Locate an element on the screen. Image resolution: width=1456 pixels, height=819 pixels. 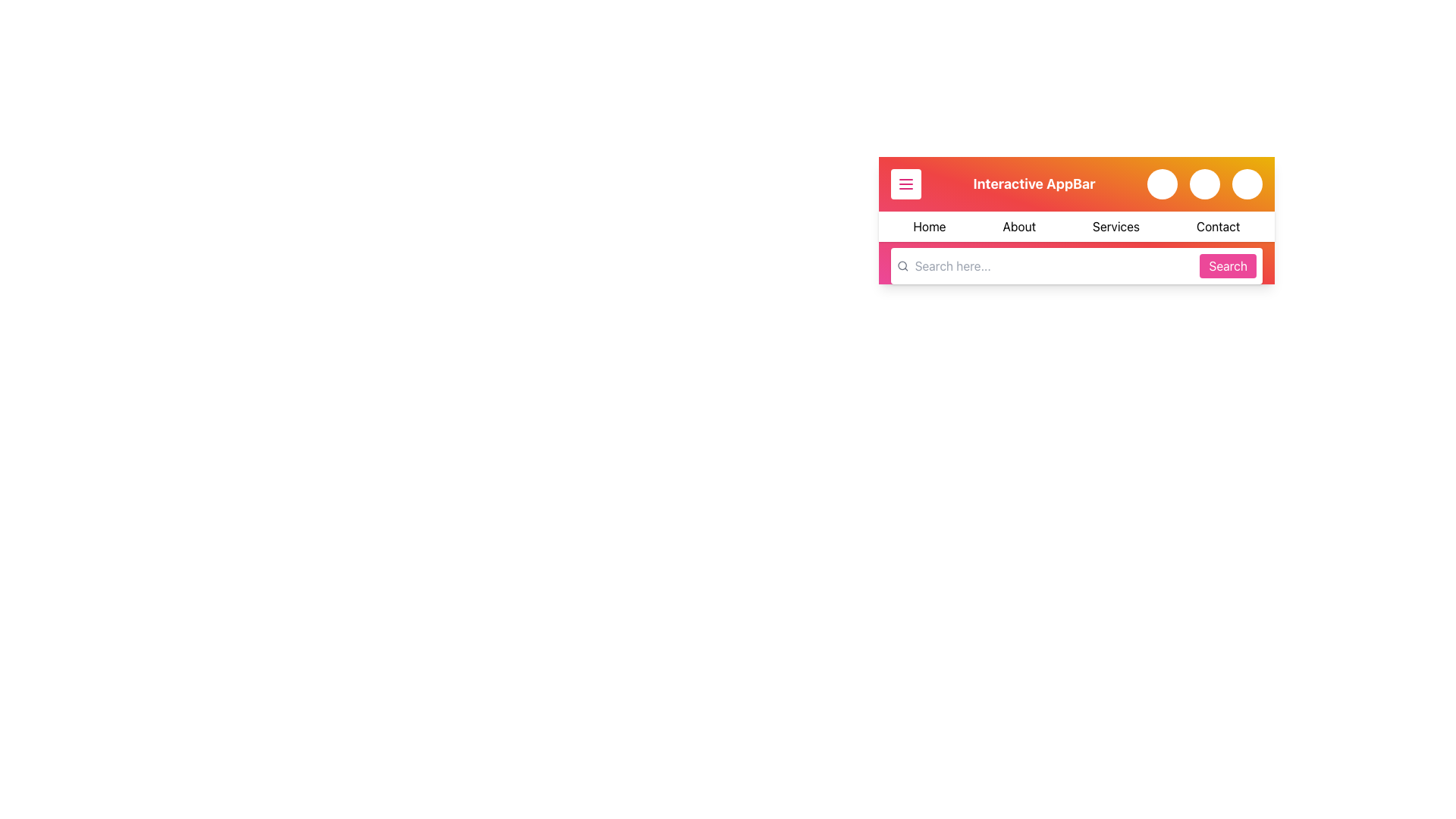
the label or static text element located at the center of the top navigation bar, which identifies the app or website is located at coordinates (1033, 184).